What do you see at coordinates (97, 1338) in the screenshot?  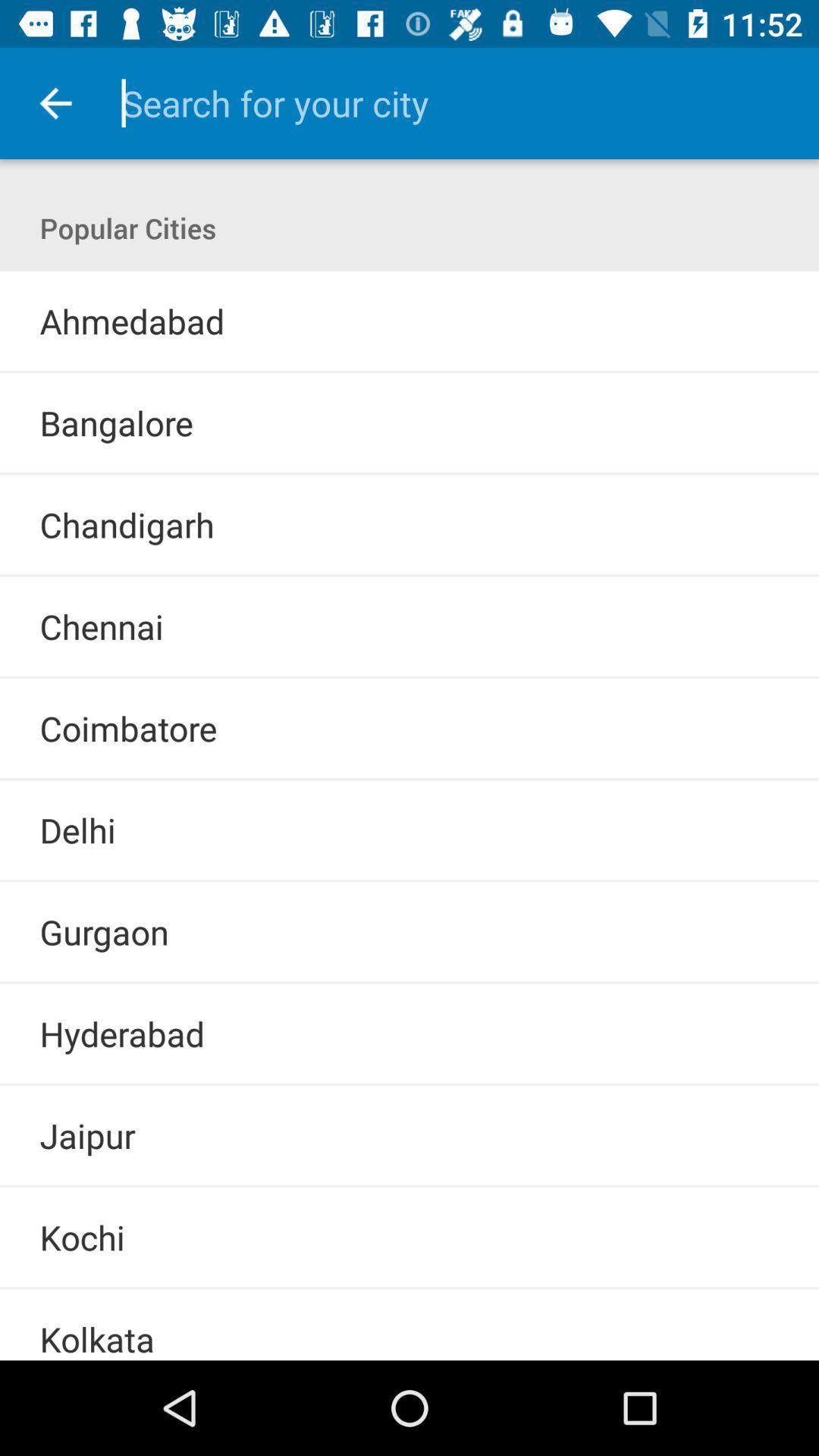 I see `the kolkata icon` at bounding box center [97, 1338].